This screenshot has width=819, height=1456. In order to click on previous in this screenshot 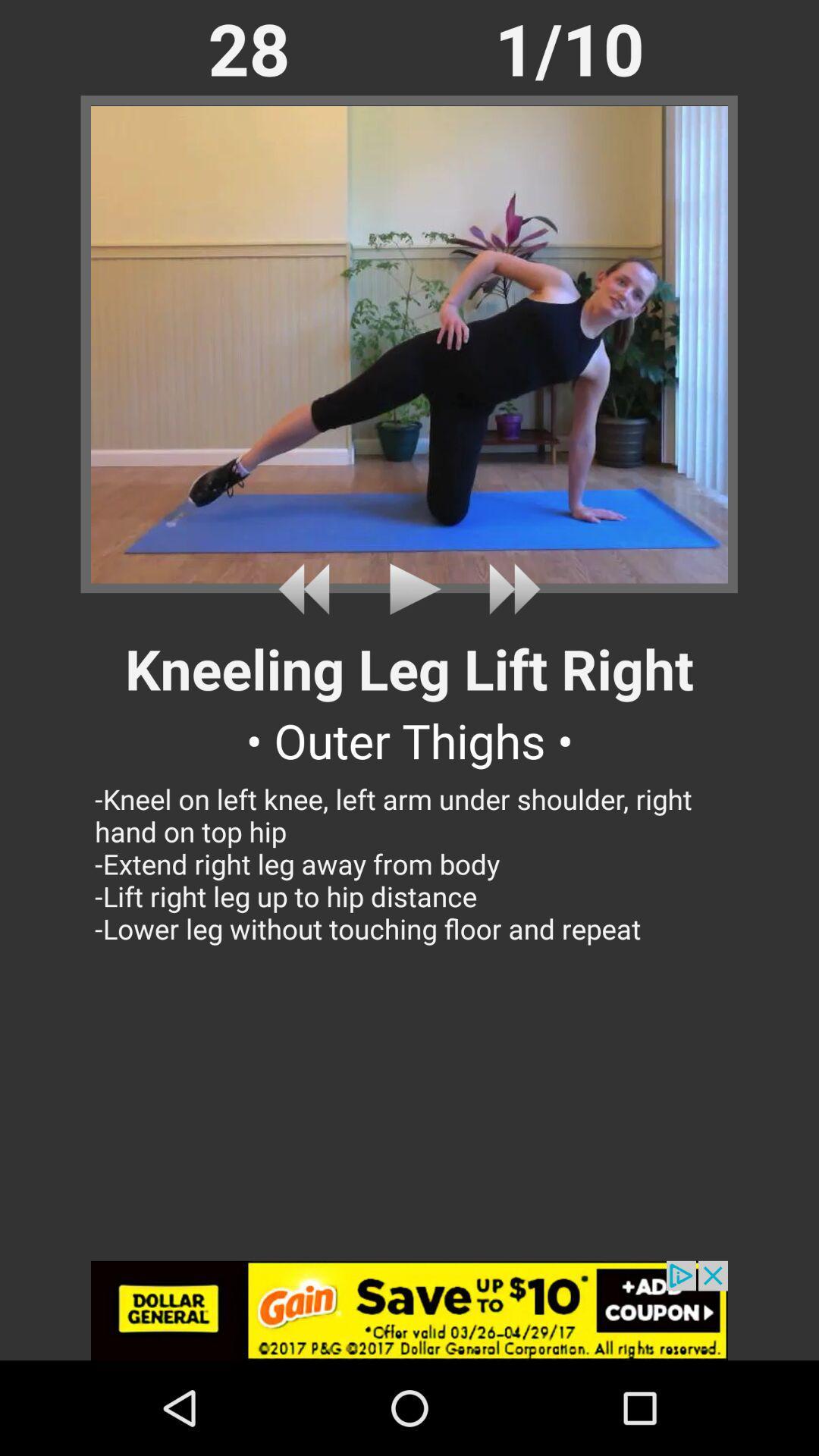, I will do `click(309, 588)`.